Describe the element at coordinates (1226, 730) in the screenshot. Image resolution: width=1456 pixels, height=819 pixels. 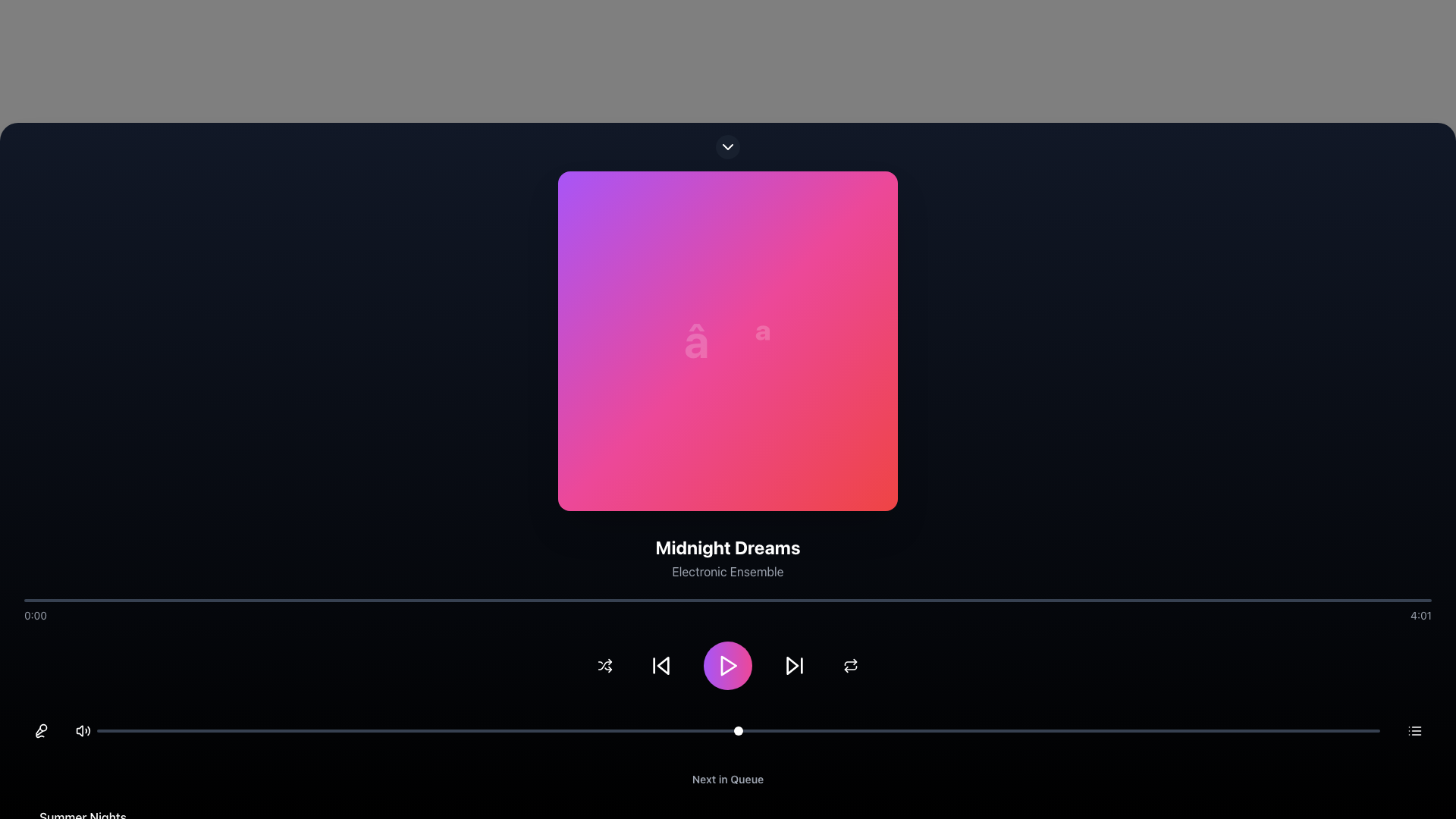
I see `the timeline position` at that location.